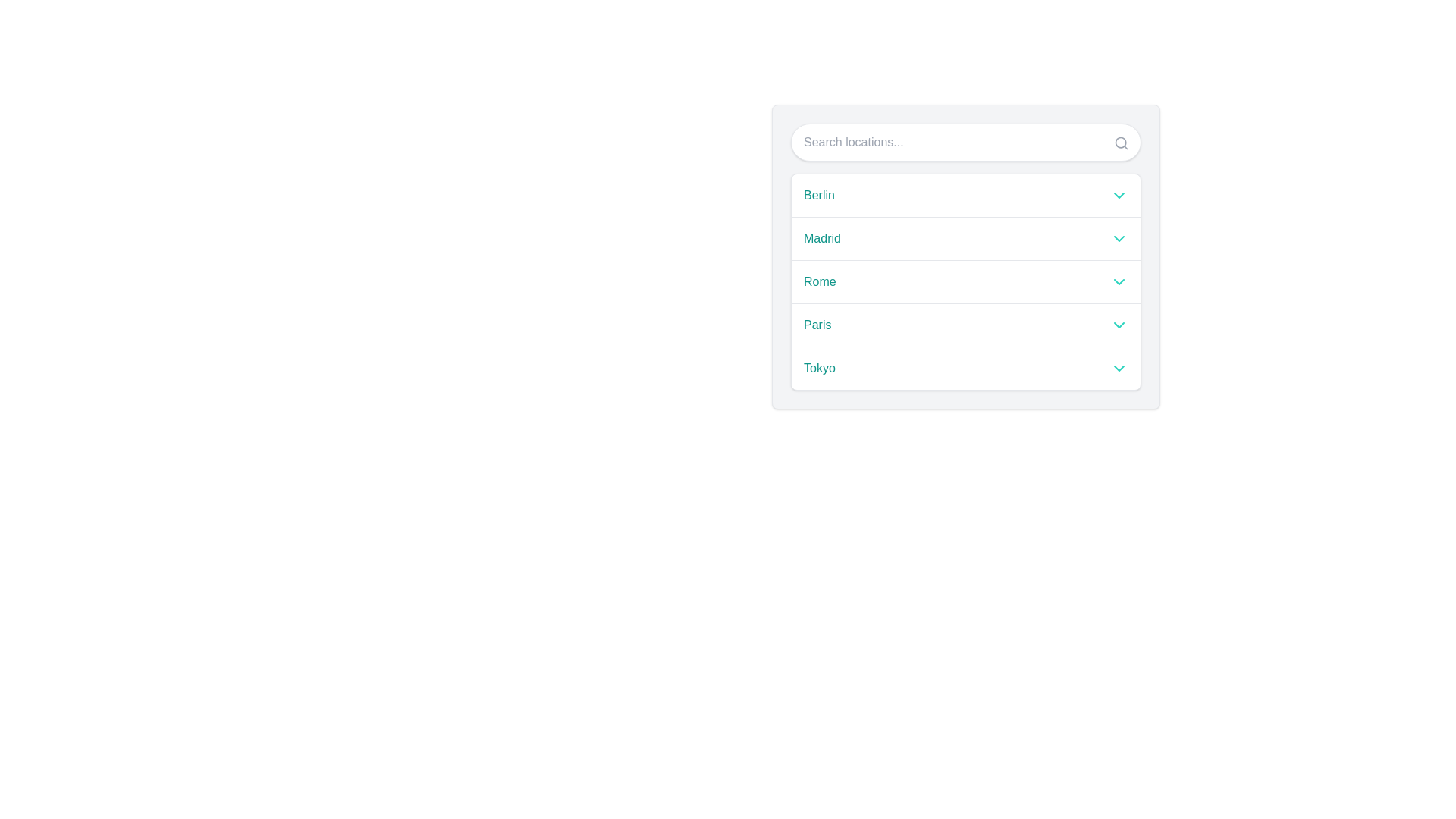 The image size is (1456, 819). Describe the element at coordinates (965, 238) in the screenshot. I see `the dropdown menu option labeled 'Madrid'` at that location.